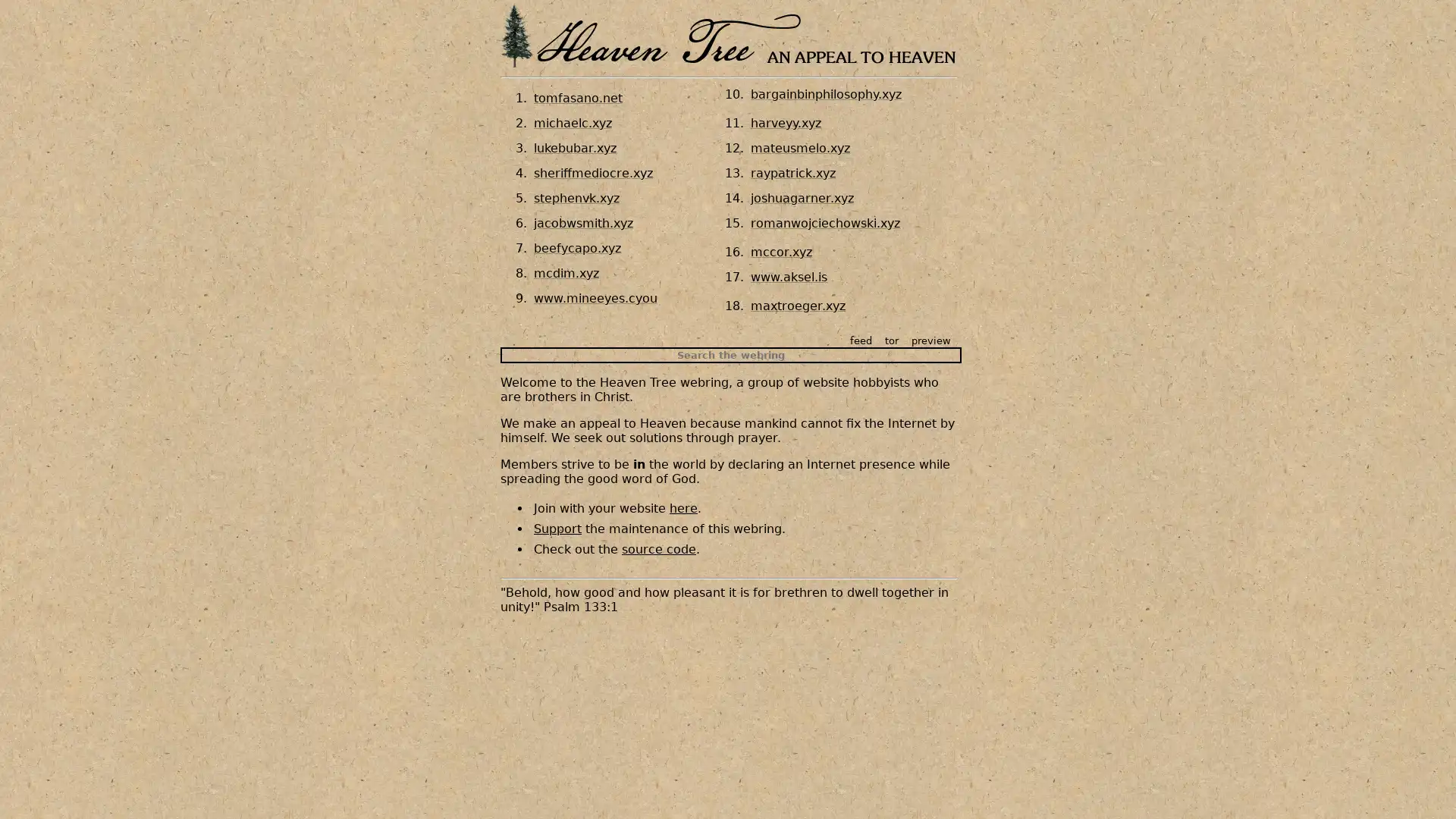 The height and width of the screenshot is (819, 1456). I want to click on tor, so click(892, 340).